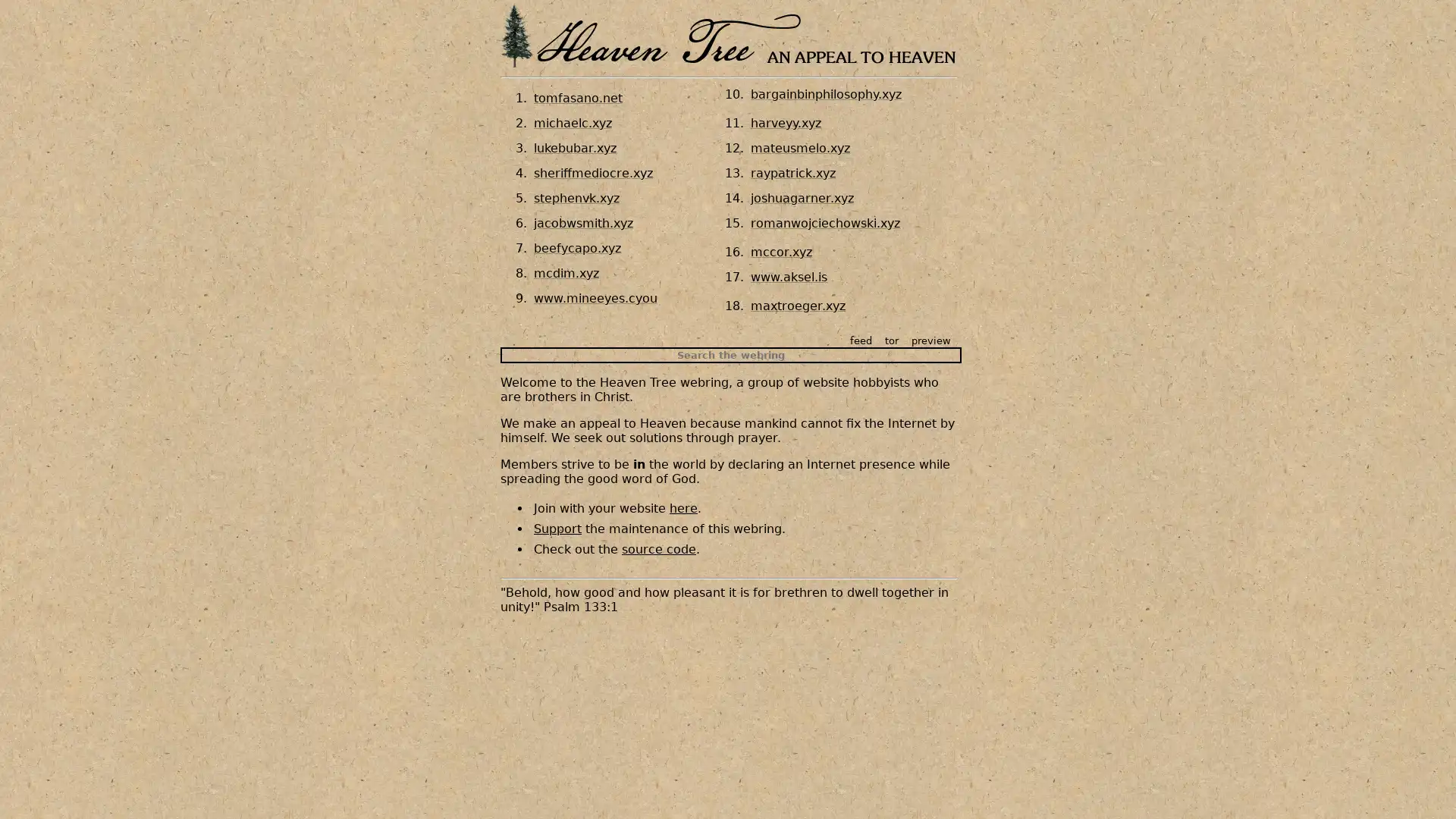 The height and width of the screenshot is (819, 1456). I want to click on tor, so click(892, 340).